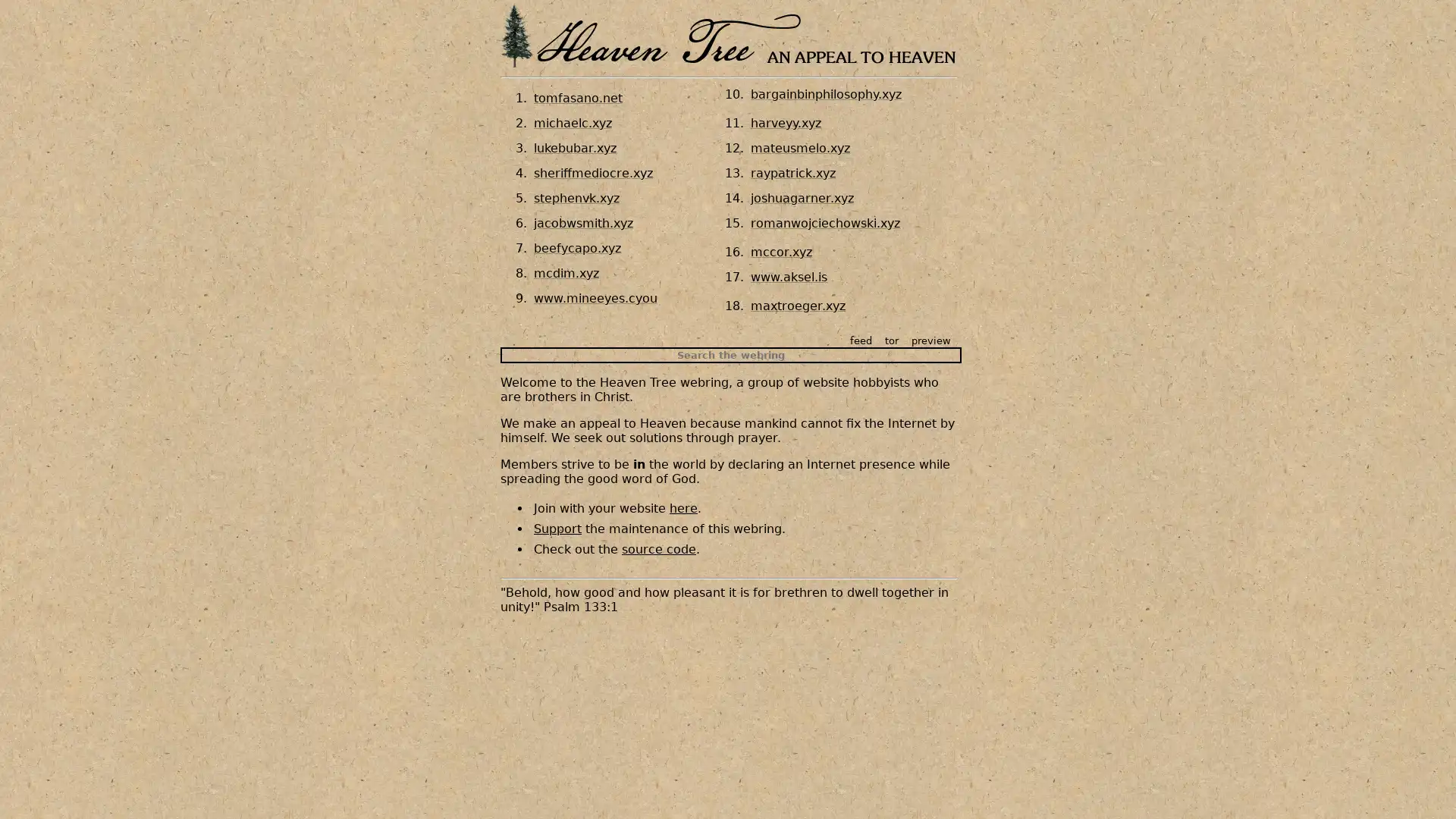 The height and width of the screenshot is (819, 1456). I want to click on tor, so click(892, 340).